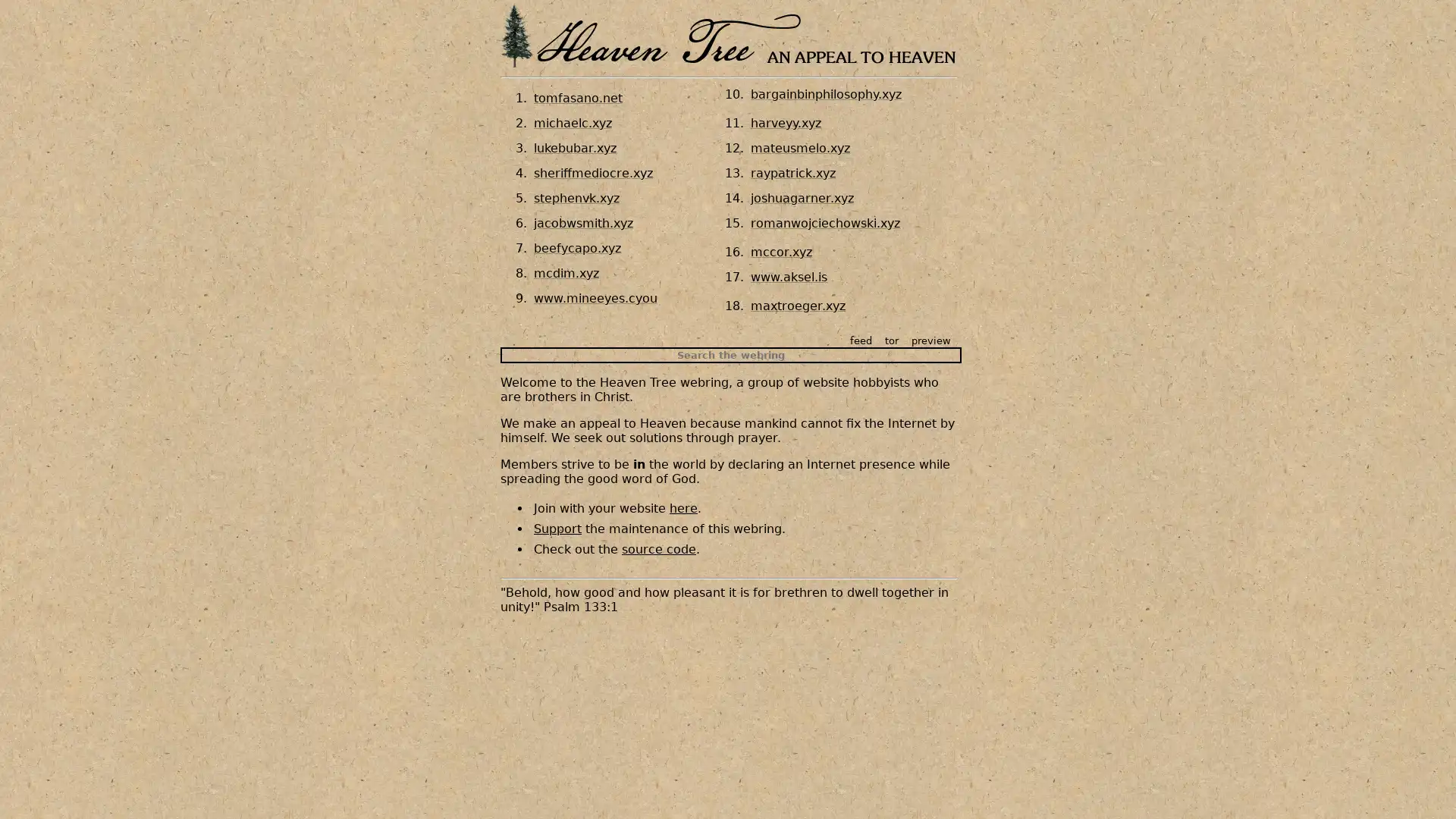 The height and width of the screenshot is (819, 1456). I want to click on tor, so click(892, 340).